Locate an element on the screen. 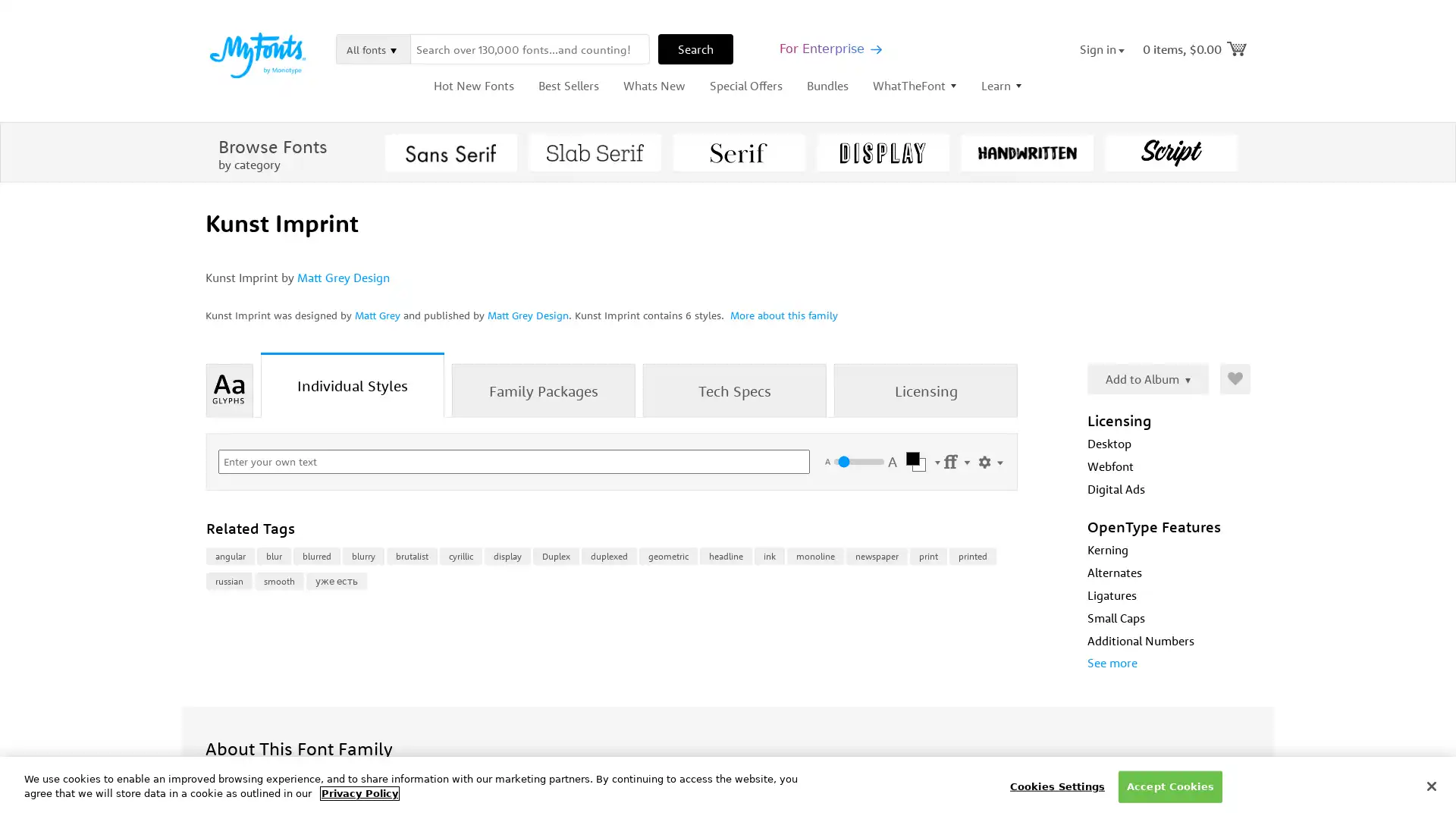  Close is located at coordinates (1430, 785).